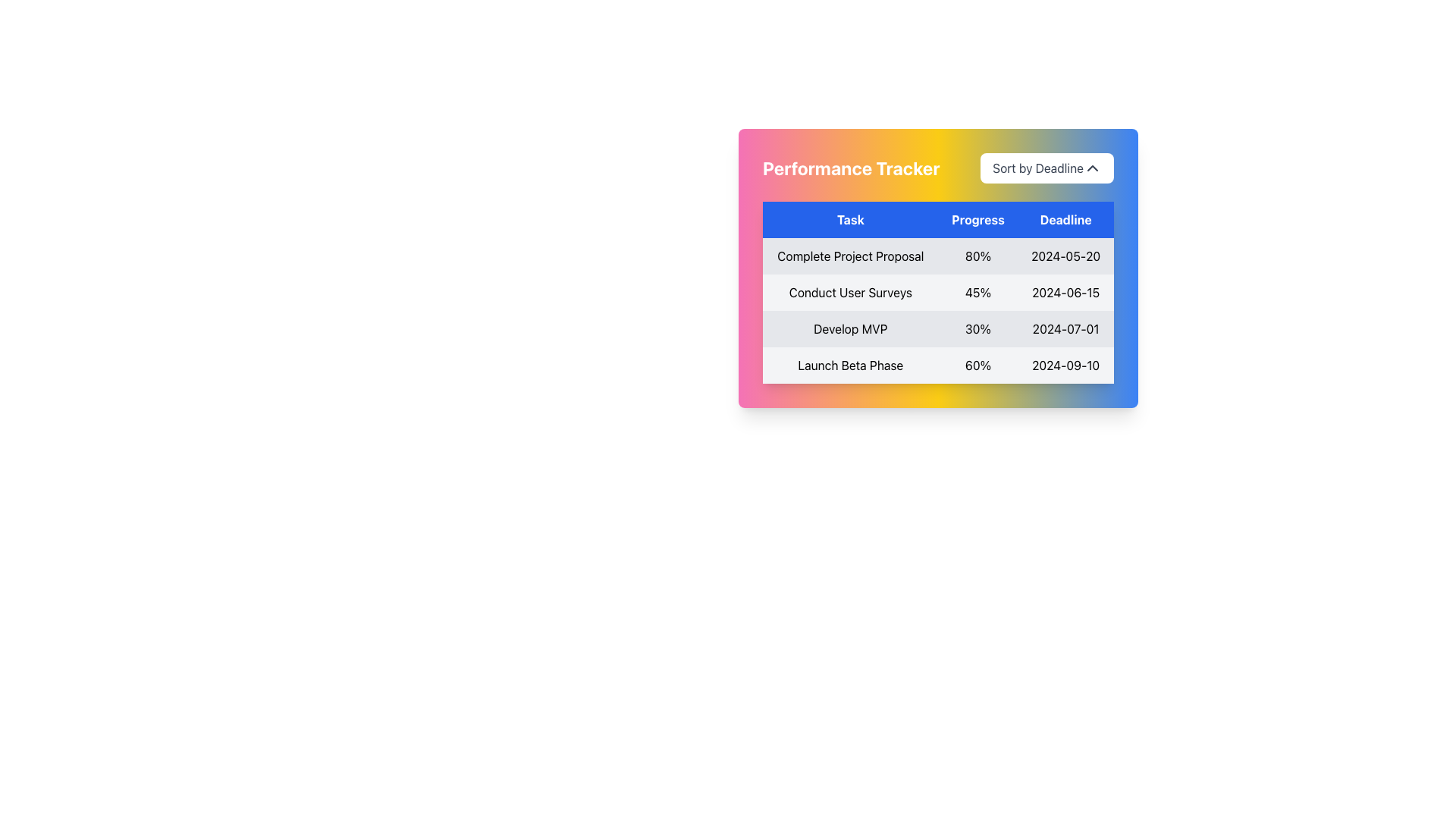 The width and height of the screenshot is (1456, 819). What do you see at coordinates (850, 256) in the screenshot?
I see `the text label displaying 'Complete Project Proposal' located in the first cell of the table under 'Task'` at bounding box center [850, 256].